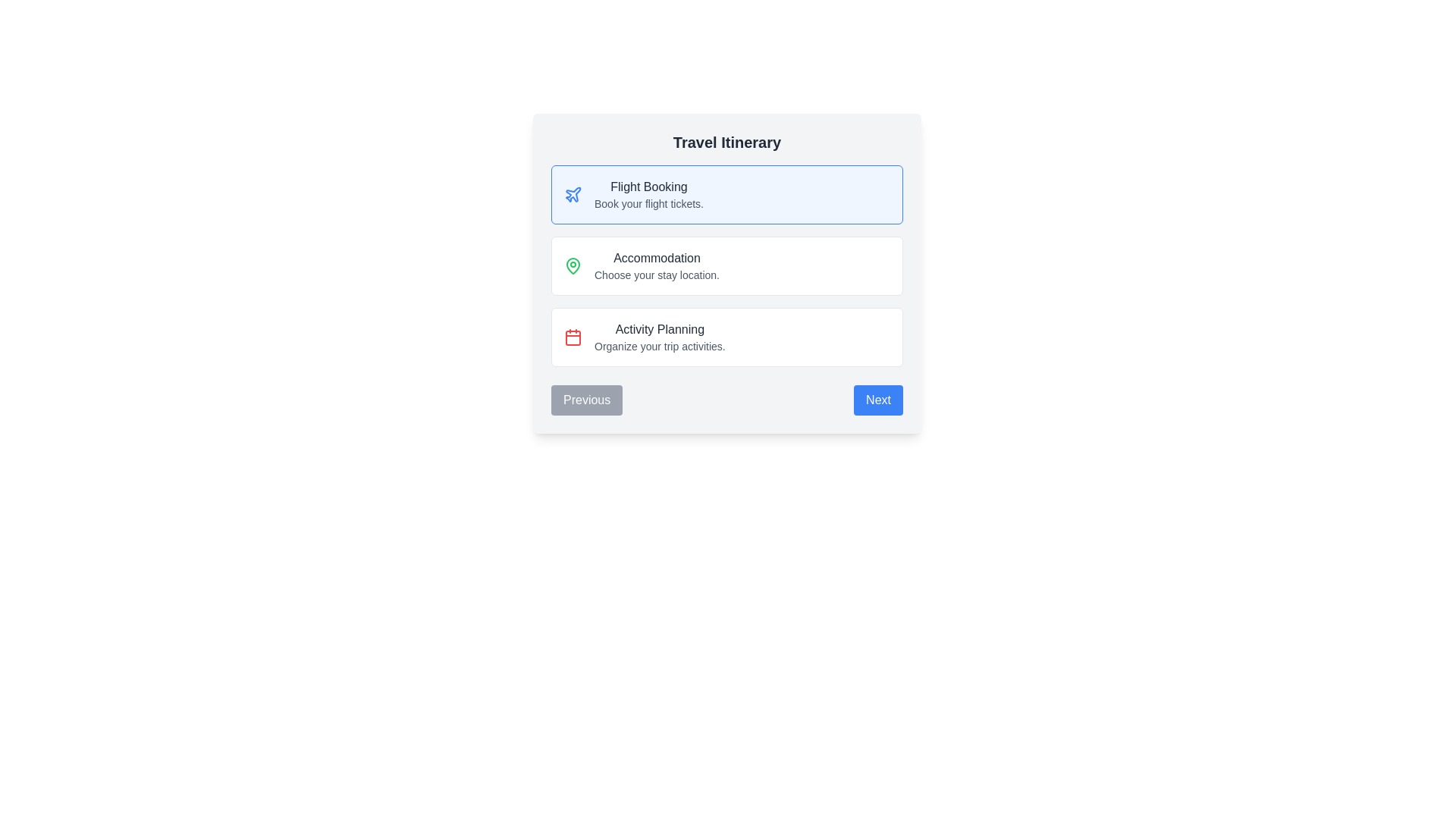 This screenshot has height=819, width=1456. What do you see at coordinates (572, 336) in the screenshot?
I see `the calendar icon with a red border and white interior located on the left side of the 'Activity Planning' content box` at bounding box center [572, 336].